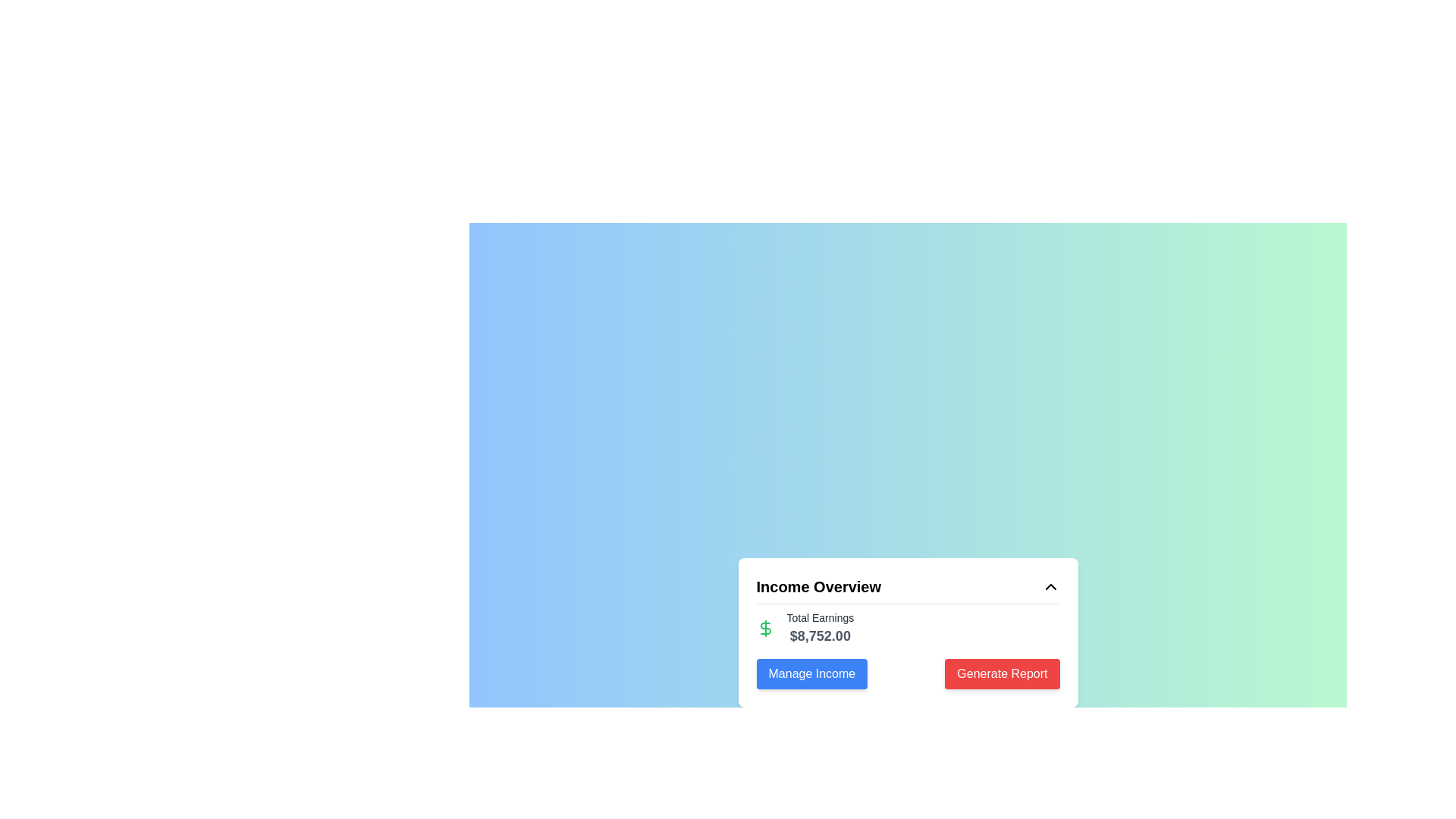 The image size is (1456, 819). I want to click on the left button in the horizontal pair under the 'Income Overview' section, so click(811, 672).